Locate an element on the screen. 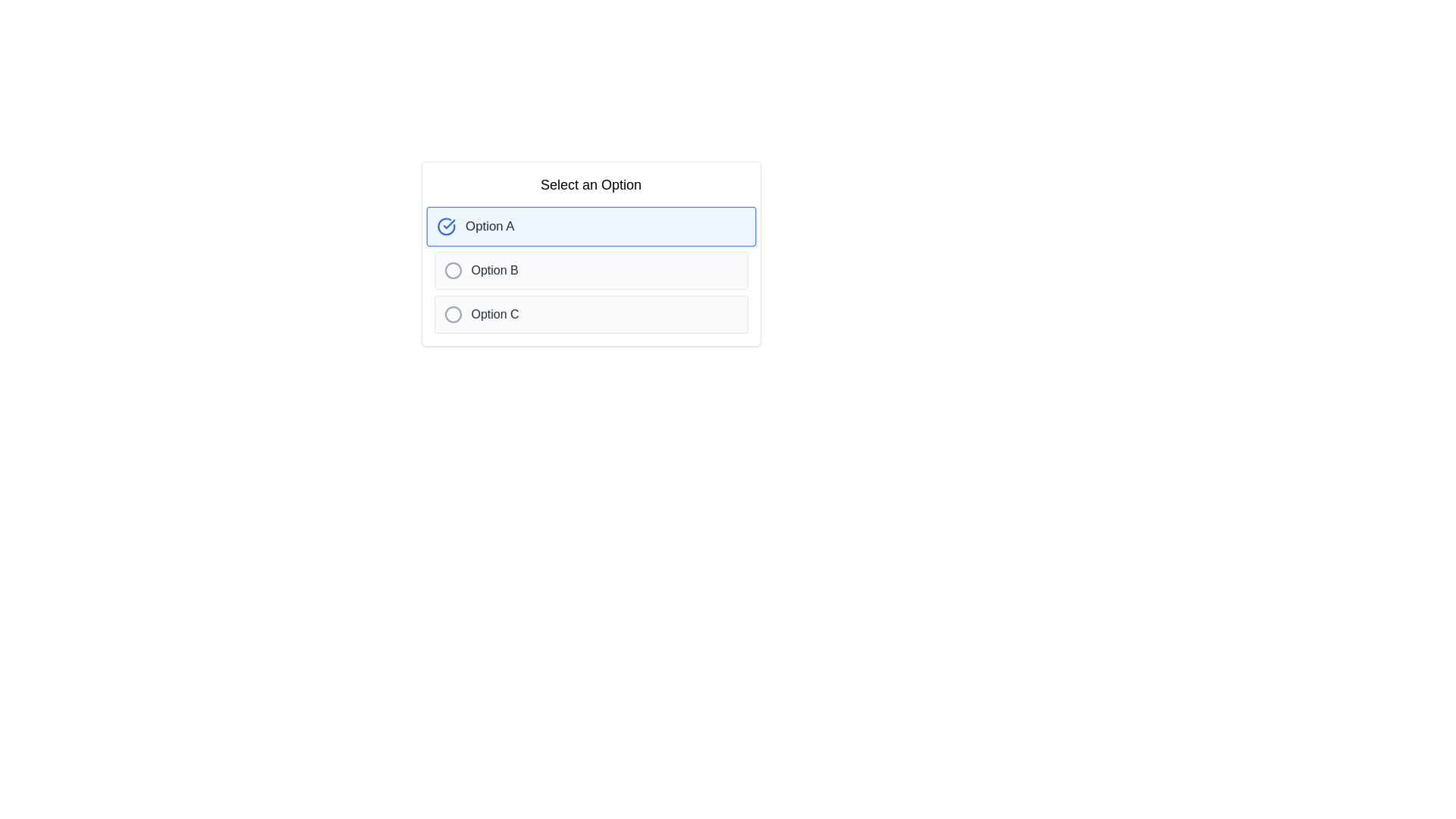 This screenshot has height=819, width=1456. the radio indicator for 'Option C' is located at coordinates (452, 314).